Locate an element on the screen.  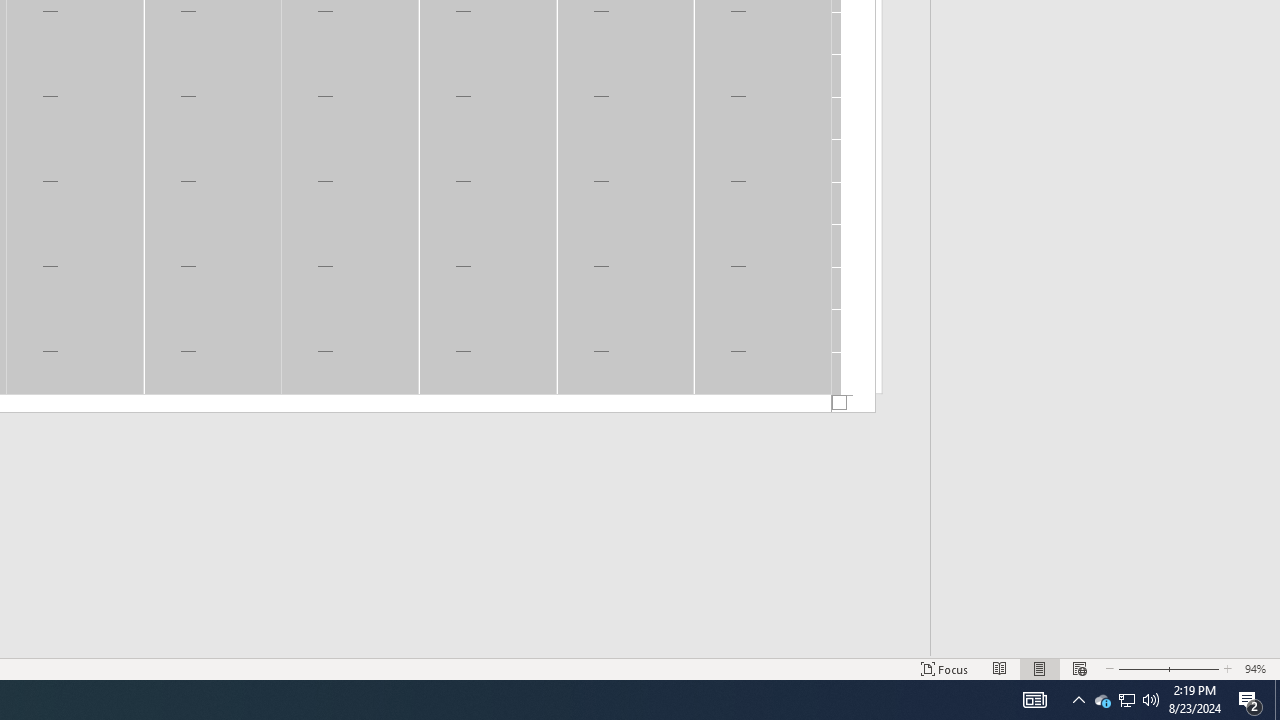
'Zoom Out' is located at coordinates (1141, 669).